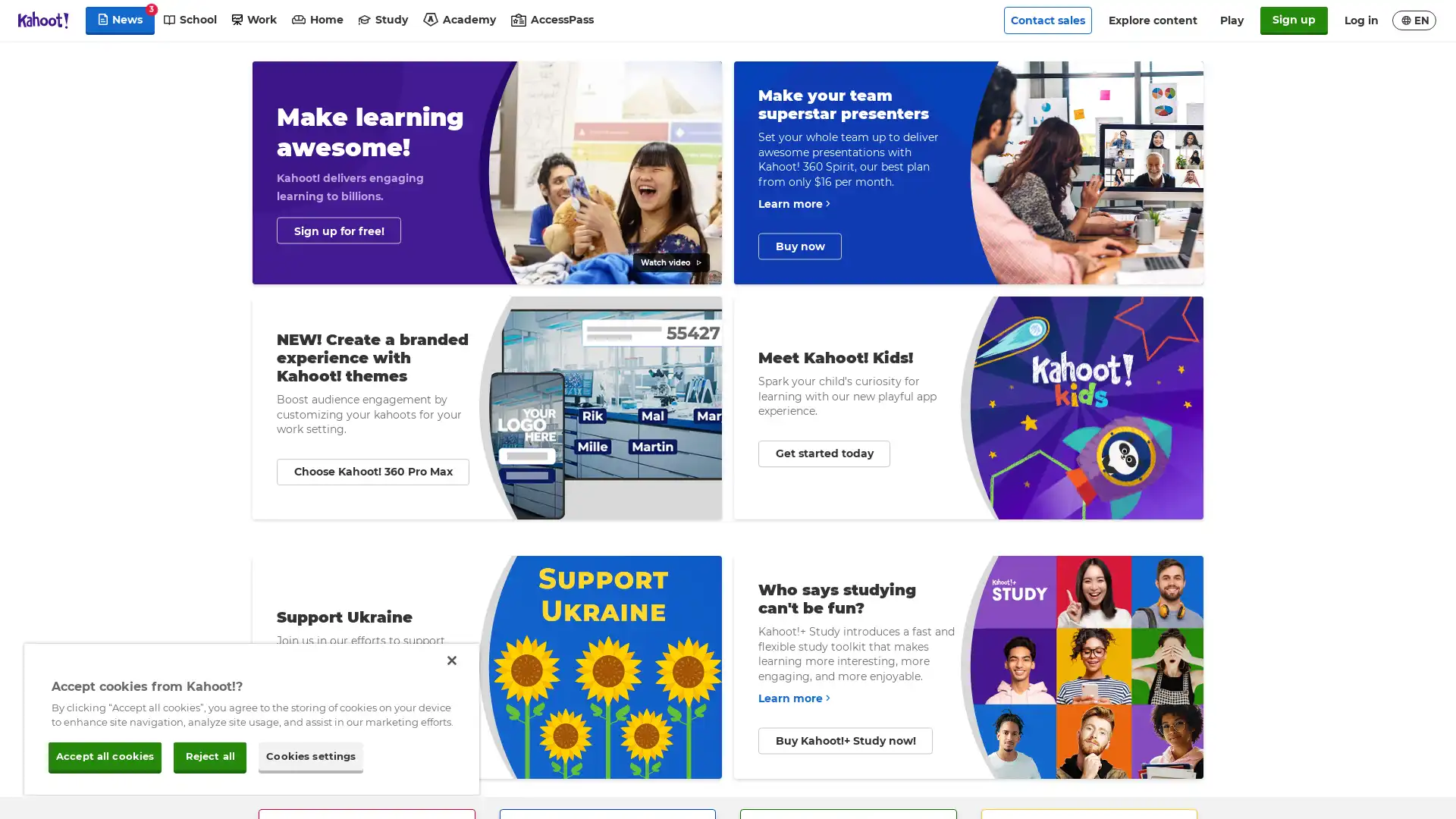 The image size is (1456, 819). What do you see at coordinates (209, 755) in the screenshot?
I see `Reject all` at bounding box center [209, 755].